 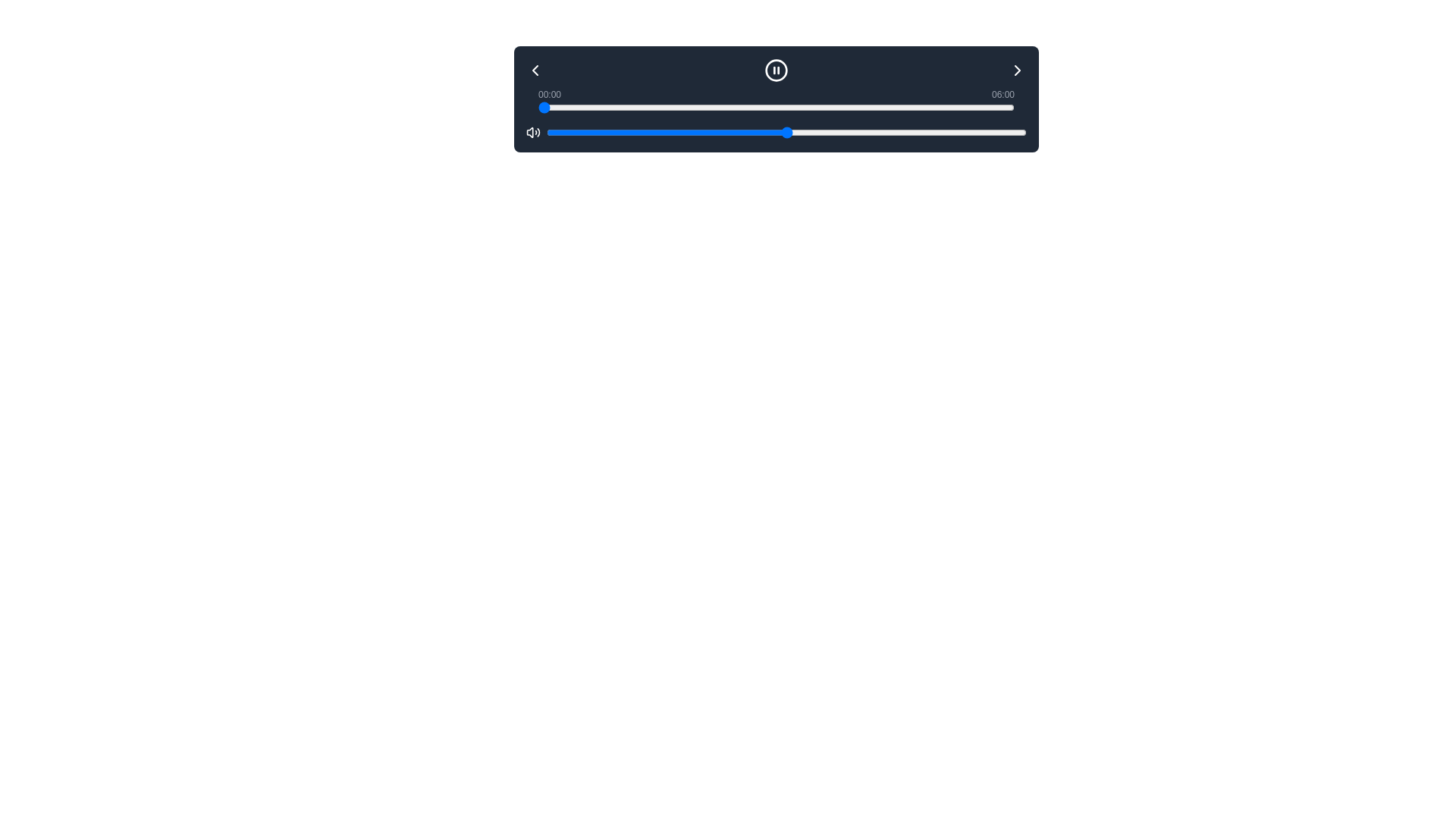 I want to click on the circular icon with a pause symbol located in the center of the composite media control group, so click(x=776, y=70).